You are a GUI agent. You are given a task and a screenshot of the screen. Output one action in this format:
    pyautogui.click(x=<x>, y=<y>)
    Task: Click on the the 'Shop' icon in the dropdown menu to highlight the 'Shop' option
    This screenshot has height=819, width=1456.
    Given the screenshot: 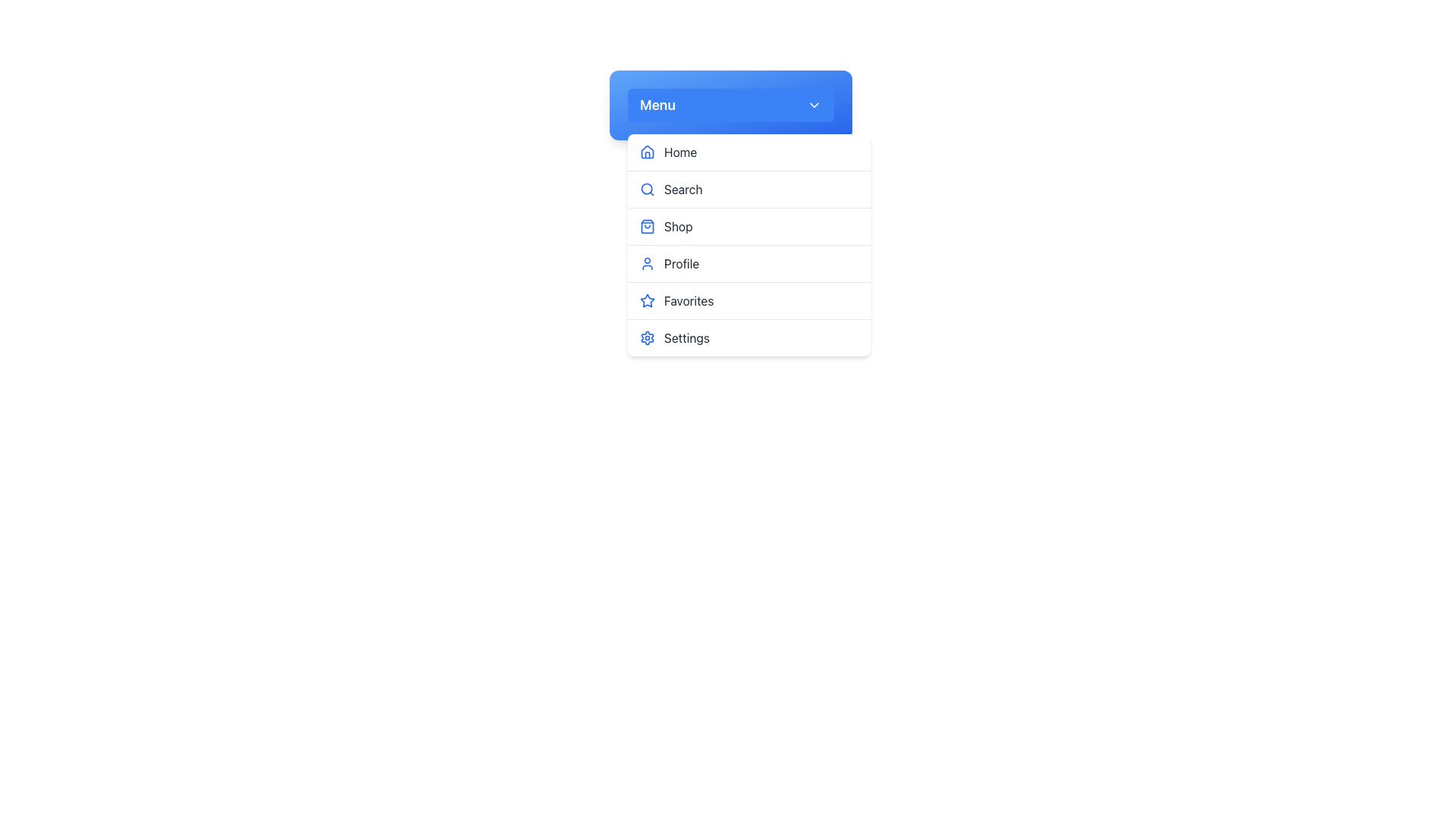 What is the action you would take?
    pyautogui.click(x=648, y=227)
    